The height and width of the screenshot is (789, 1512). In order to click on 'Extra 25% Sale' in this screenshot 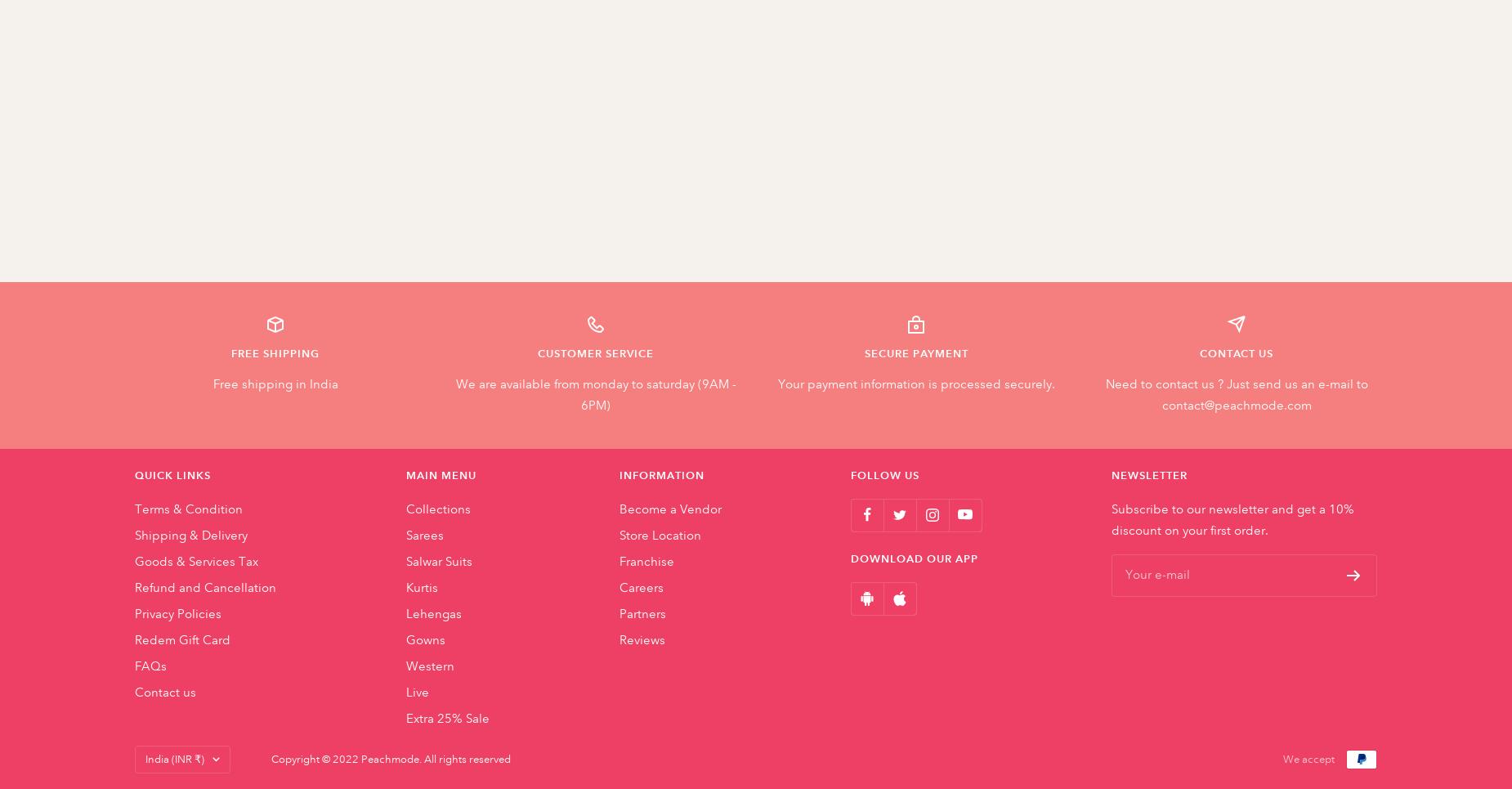, I will do `click(447, 717)`.